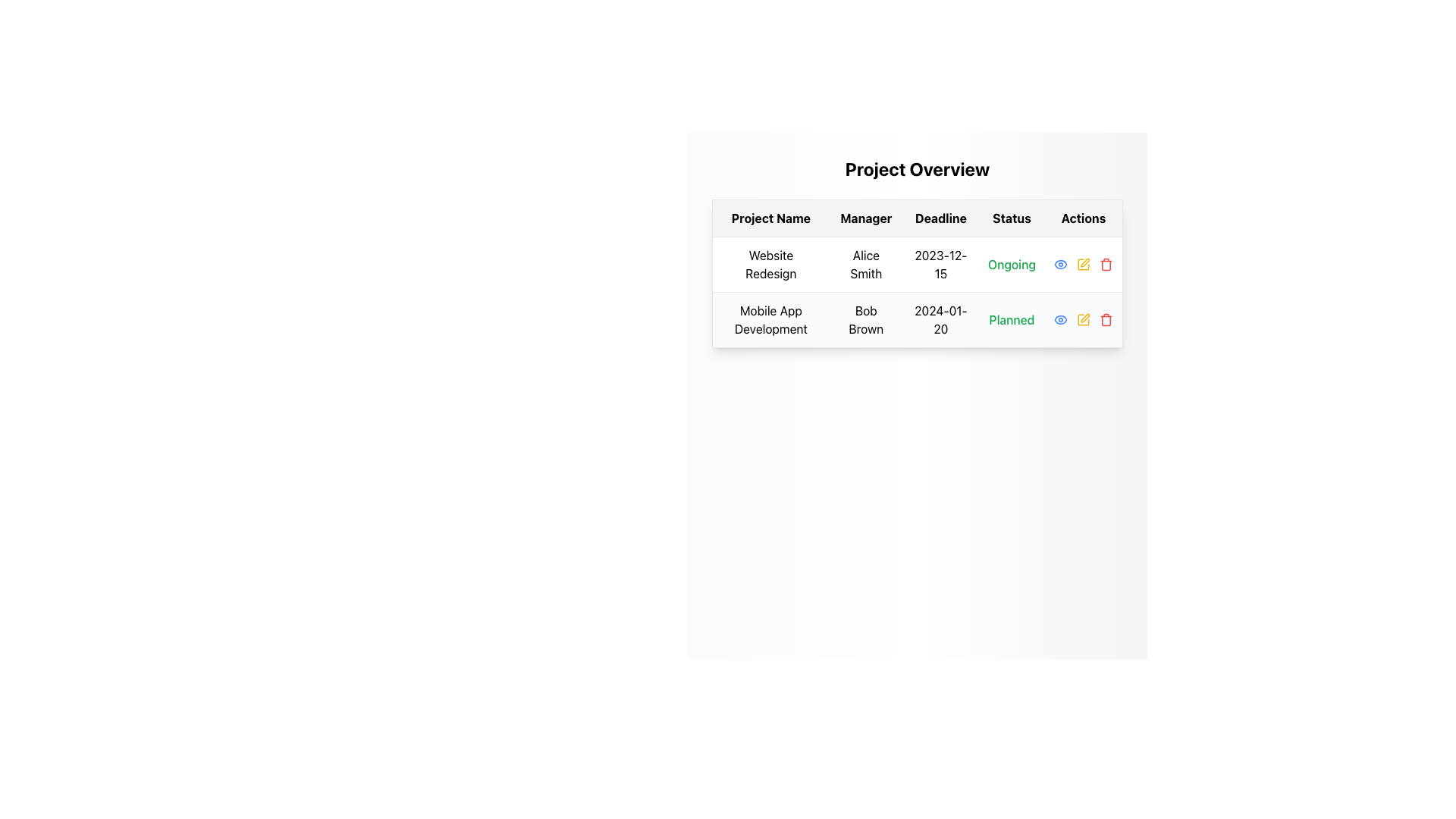  What do you see at coordinates (1083, 263) in the screenshot?
I see `the edit button located in the 'Actions' column of the table under the 'Project Overview' section, which is the second icon in the row following the blue eye icon` at bounding box center [1083, 263].